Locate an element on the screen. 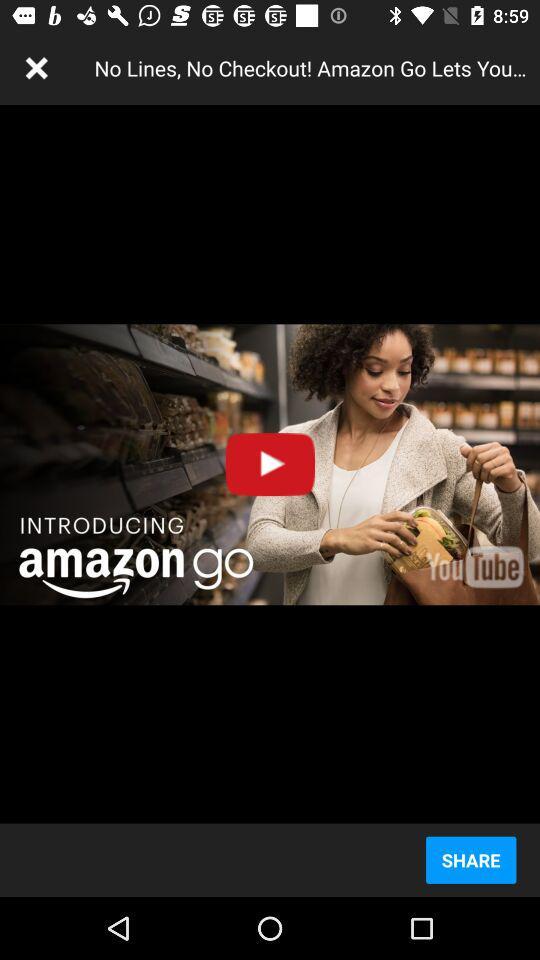 The height and width of the screenshot is (960, 540). the item at the top left corner is located at coordinates (36, 68).